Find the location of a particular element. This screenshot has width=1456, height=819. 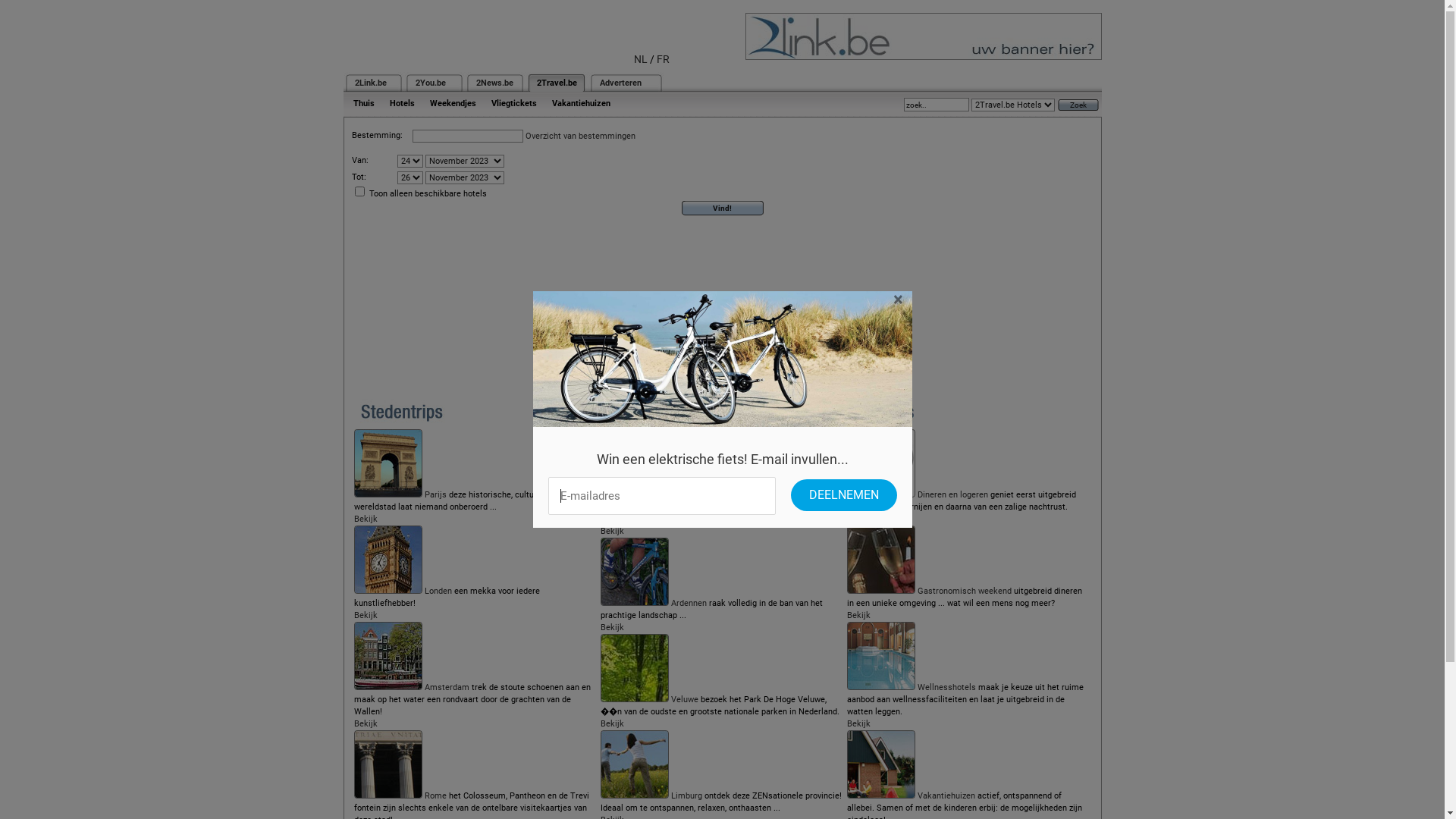

'Parijs' is located at coordinates (435, 494).